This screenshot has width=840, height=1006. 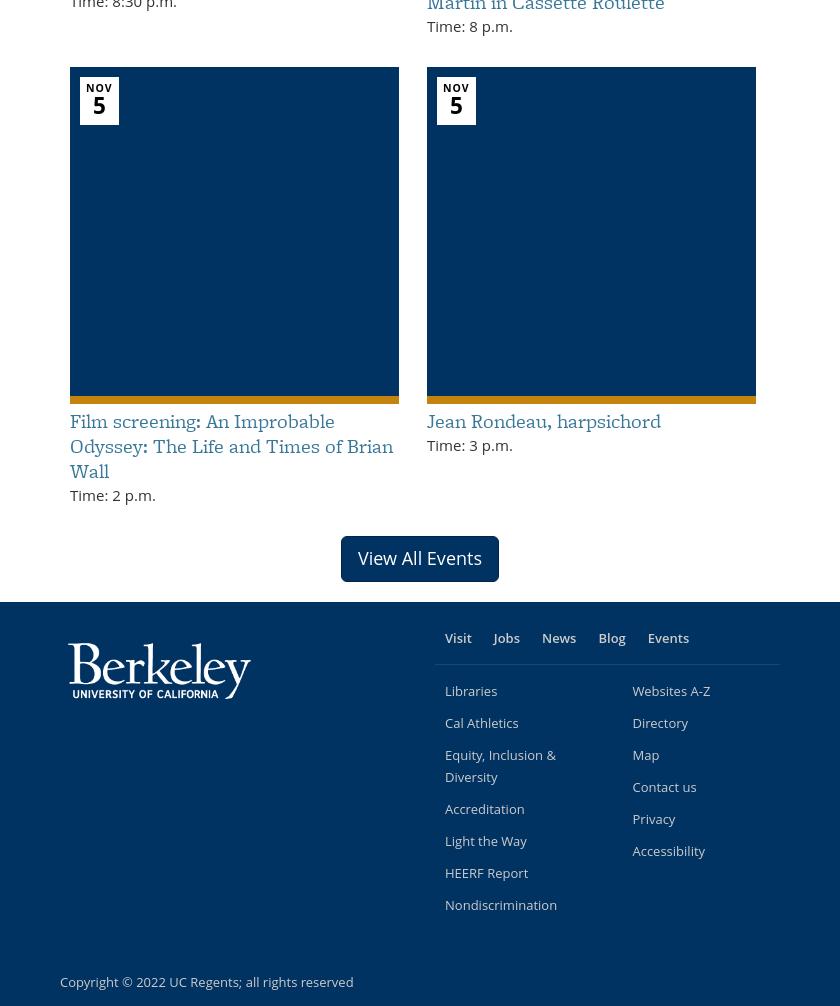 I want to click on 'Directory', so click(x=659, y=722).